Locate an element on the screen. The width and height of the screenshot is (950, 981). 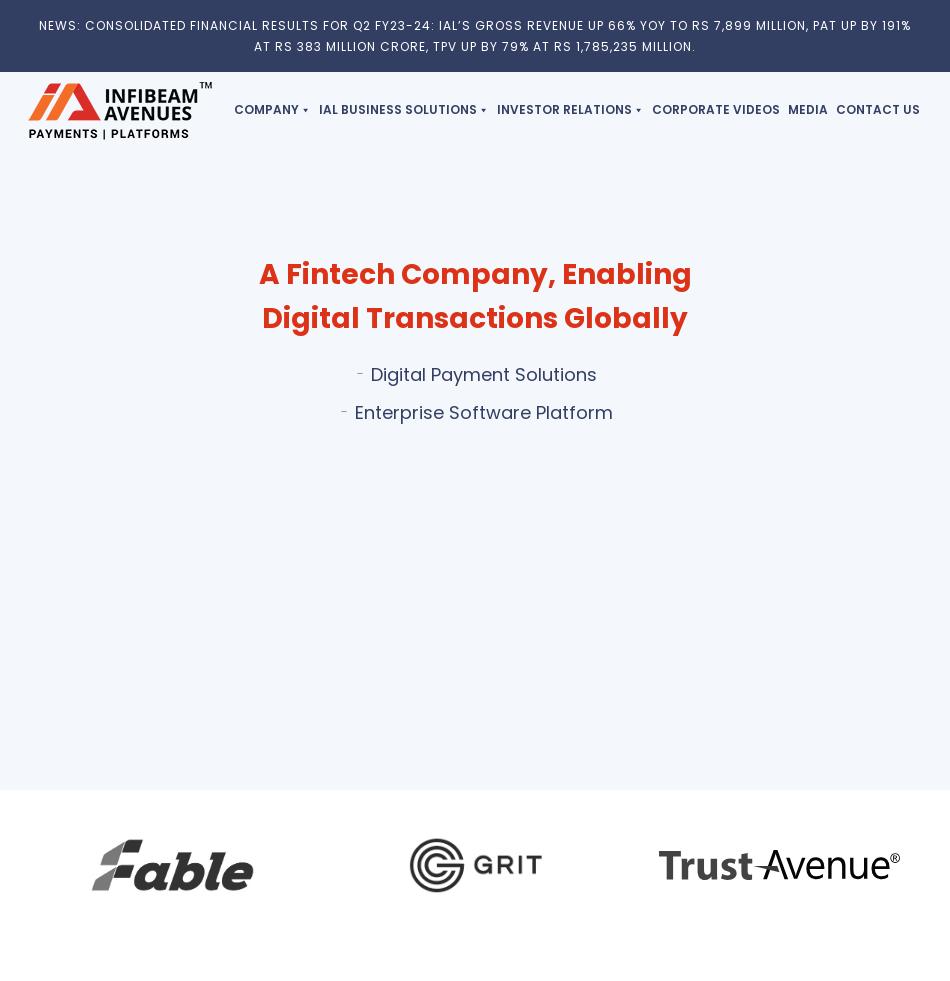
'Media' is located at coordinates (806, 108).